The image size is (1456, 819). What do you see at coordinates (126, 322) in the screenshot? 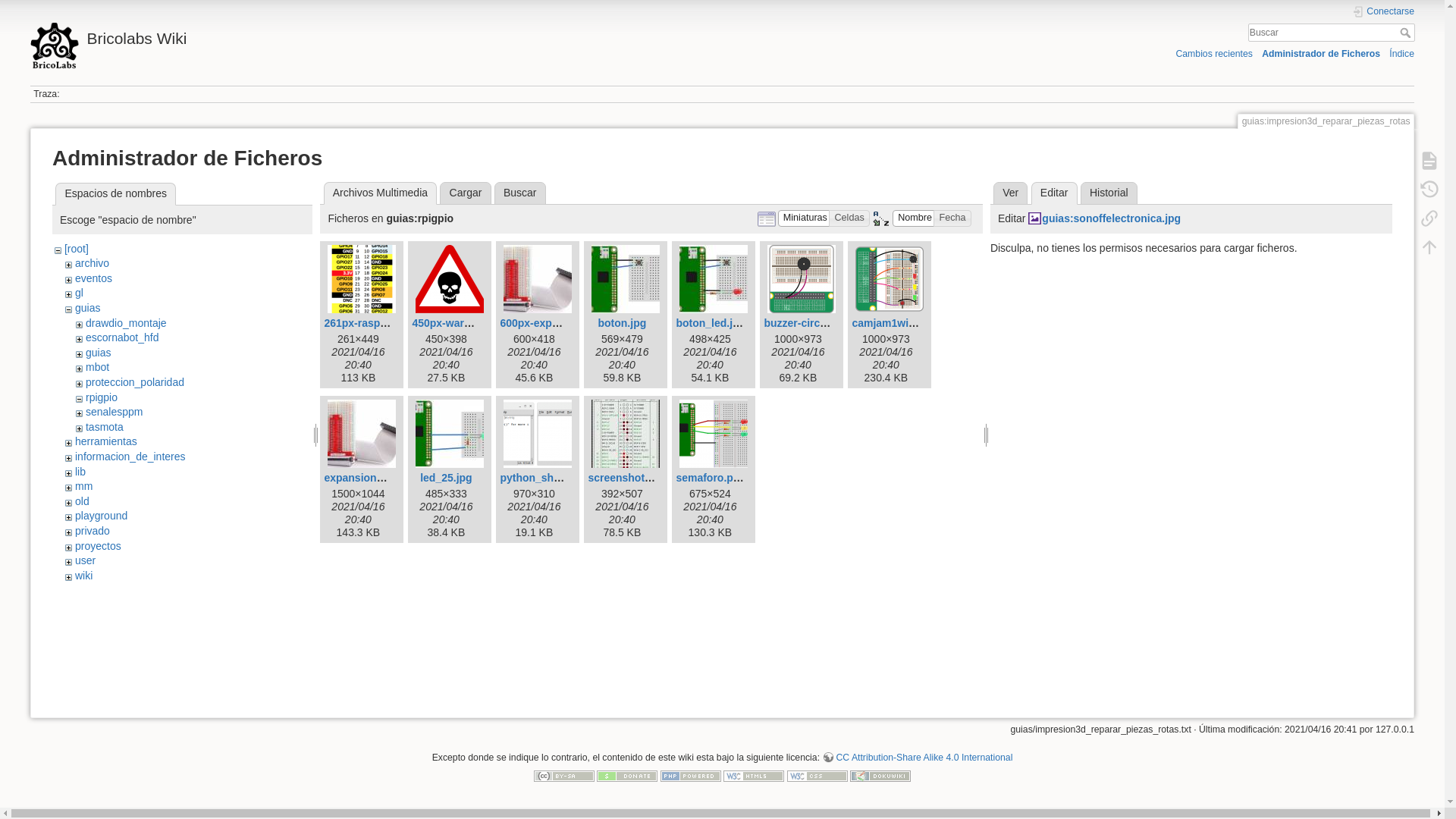
I see `'drawdio_montaje'` at bounding box center [126, 322].